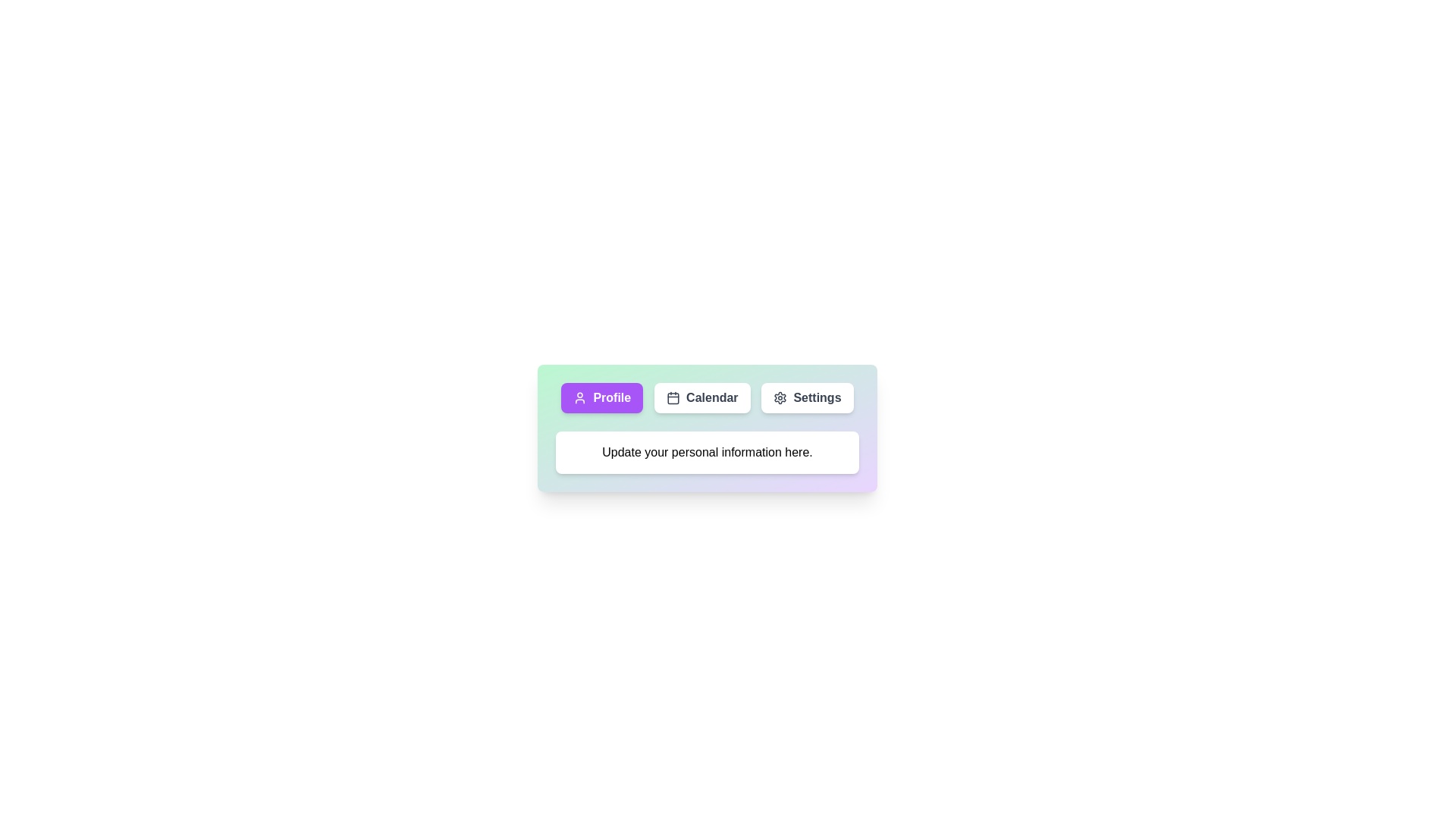 The image size is (1456, 819). Describe the element at coordinates (579, 397) in the screenshot. I see `the user silhouette icon located within the 'Profile' button, which is the first button in a horizontally aligned group of buttons including 'Calendar' and 'Settings'` at that location.